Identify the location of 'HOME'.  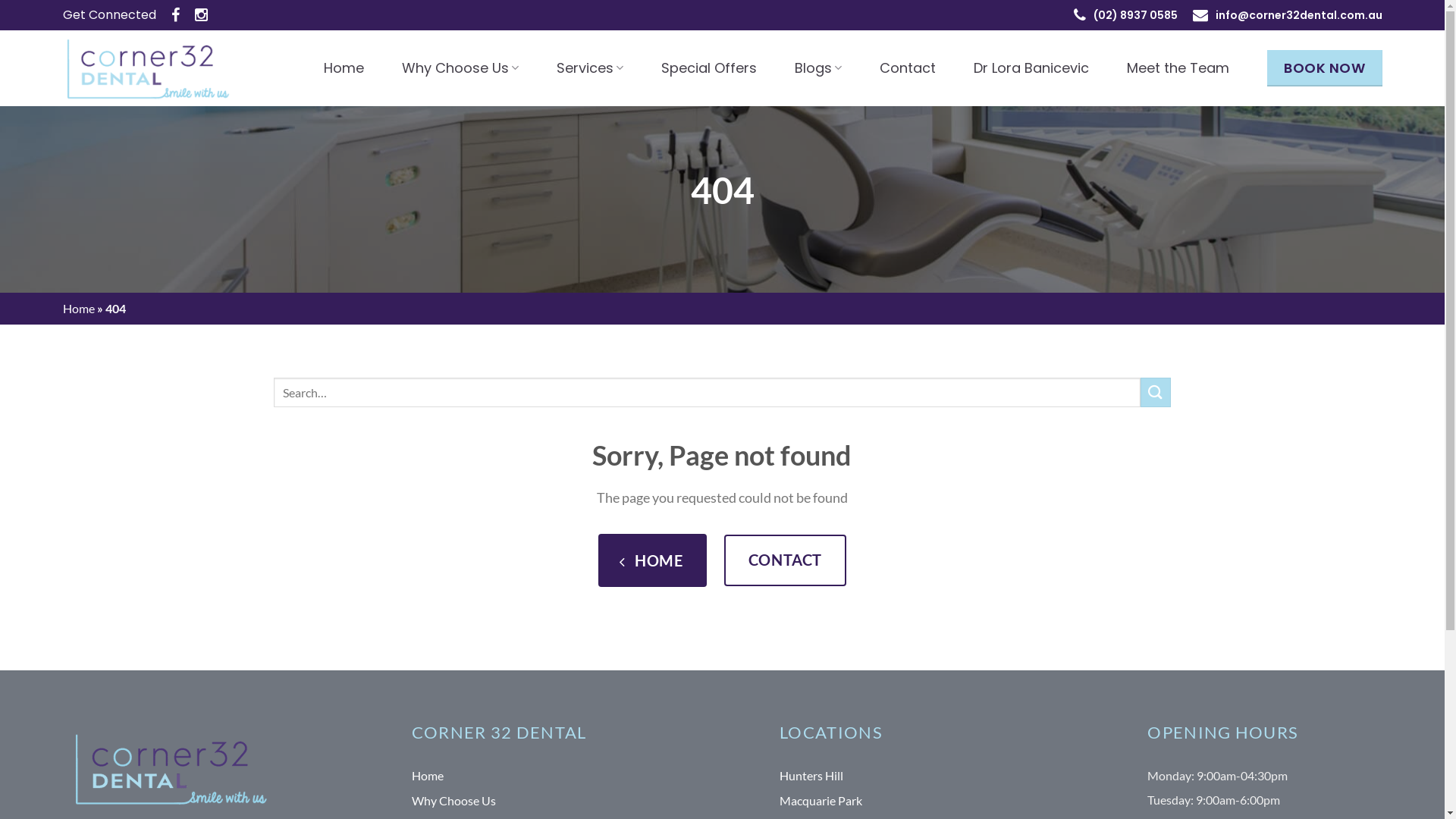
(652, 560).